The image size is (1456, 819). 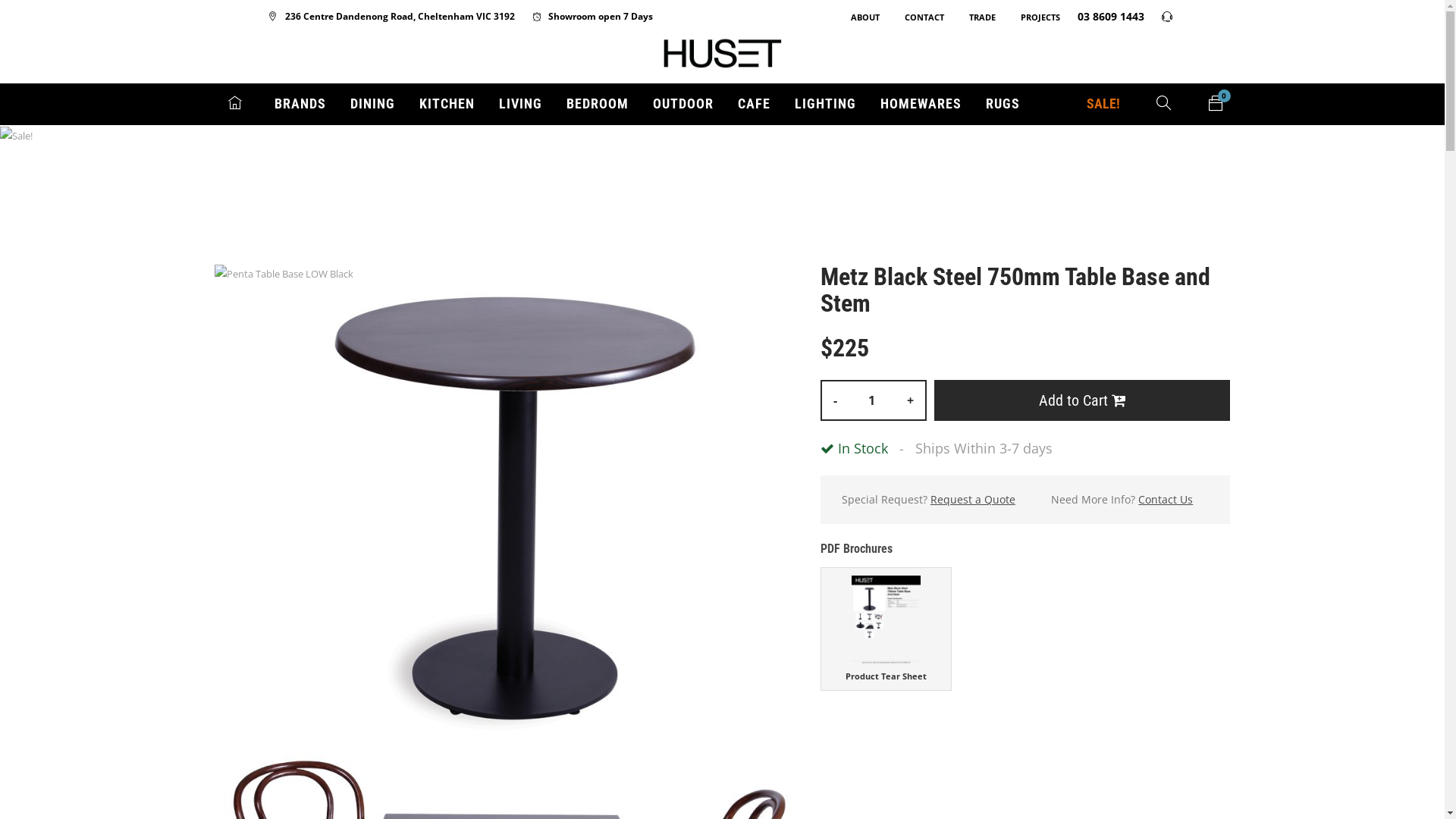 What do you see at coordinates (1164, 500) in the screenshot?
I see `'Contact Us'` at bounding box center [1164, 500].